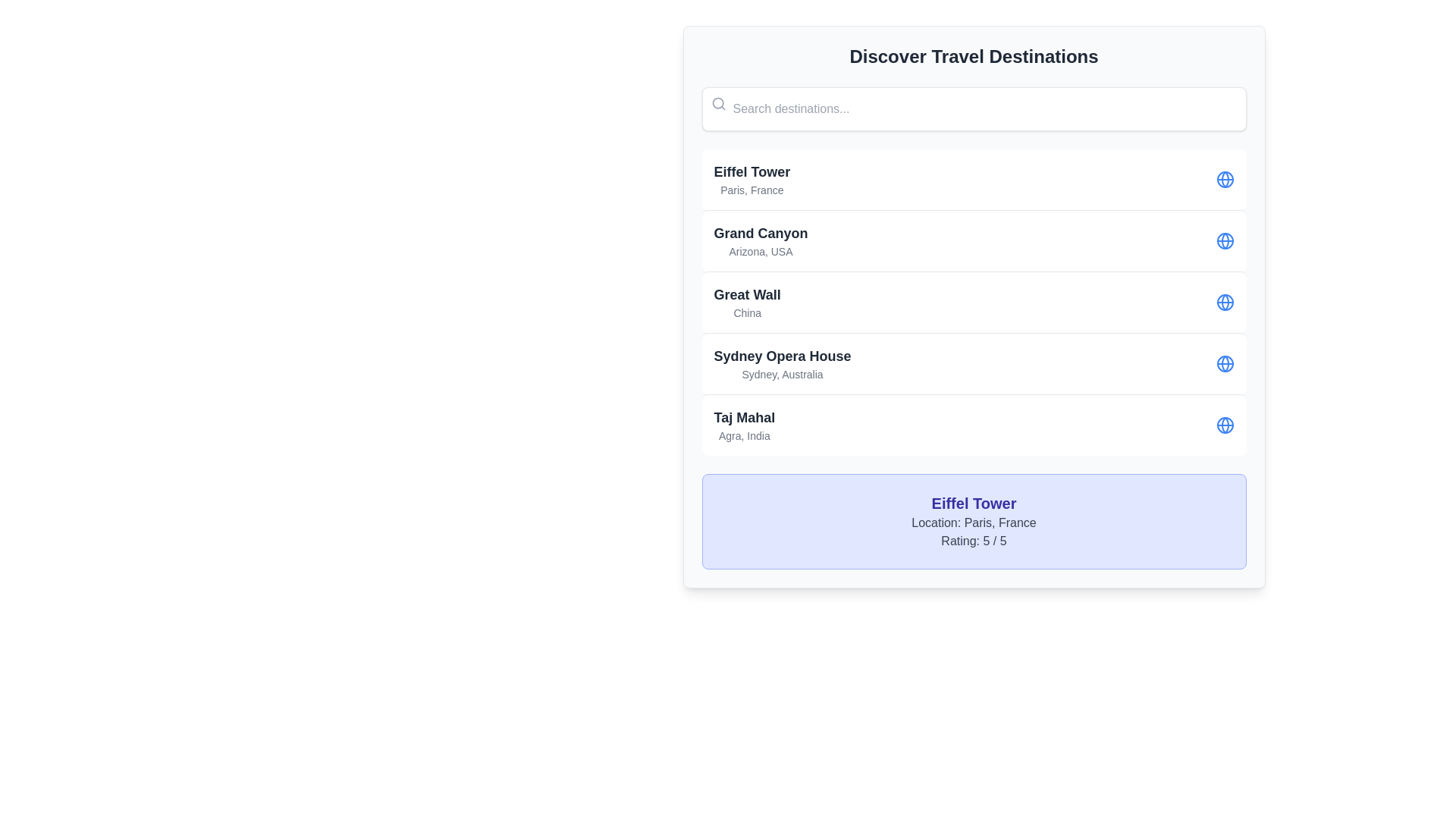 This screenshot has height=819, width=1456. What do you see at coordinates (761, 240) in the screenshot?
I see `the Text label displaying the travel destination 'Grand Canyon', which is the second item in a vertical list of travel destinations` at bounding box center [761, 240].